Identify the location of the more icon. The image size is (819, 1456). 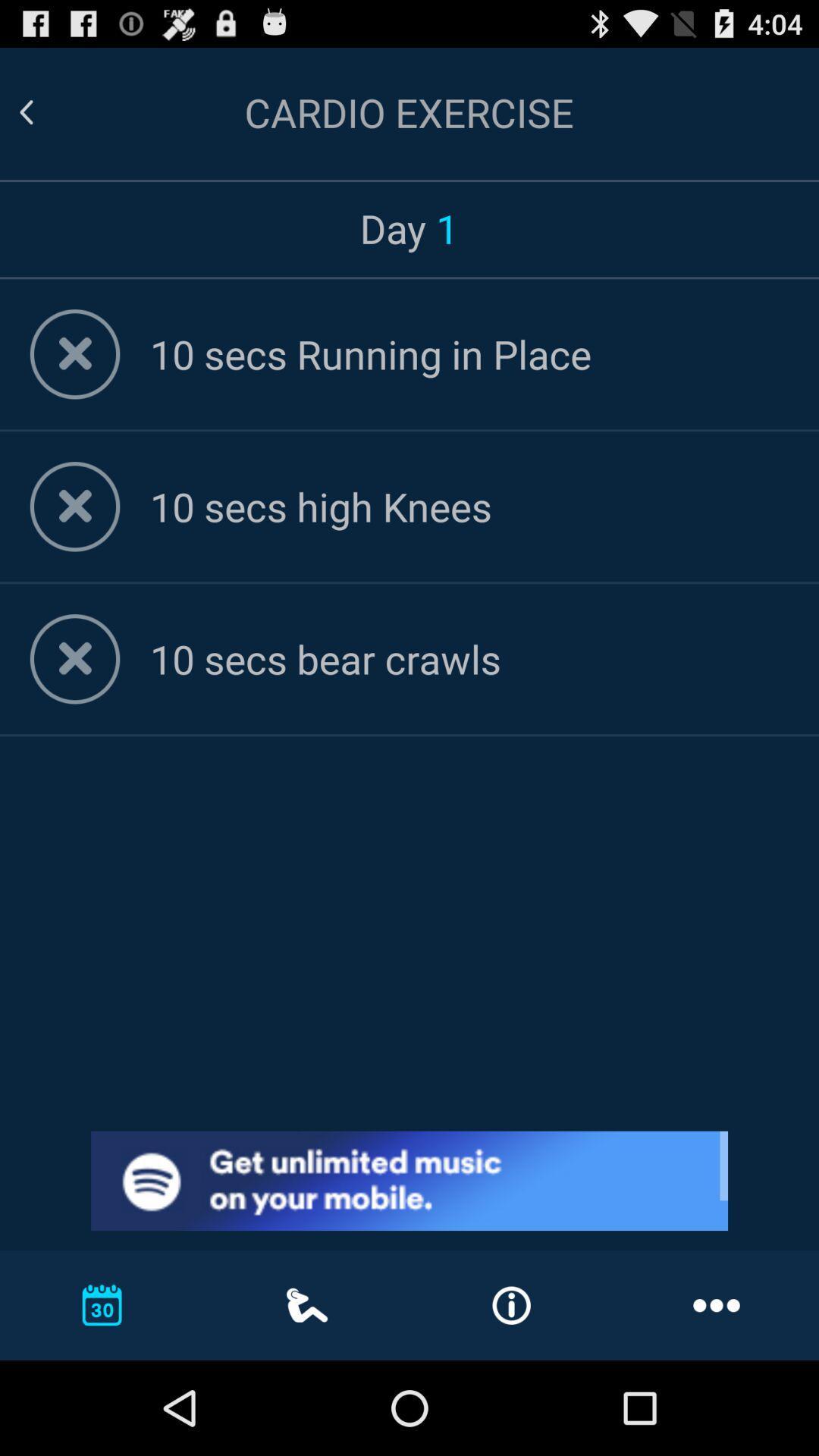
(717, 1304).